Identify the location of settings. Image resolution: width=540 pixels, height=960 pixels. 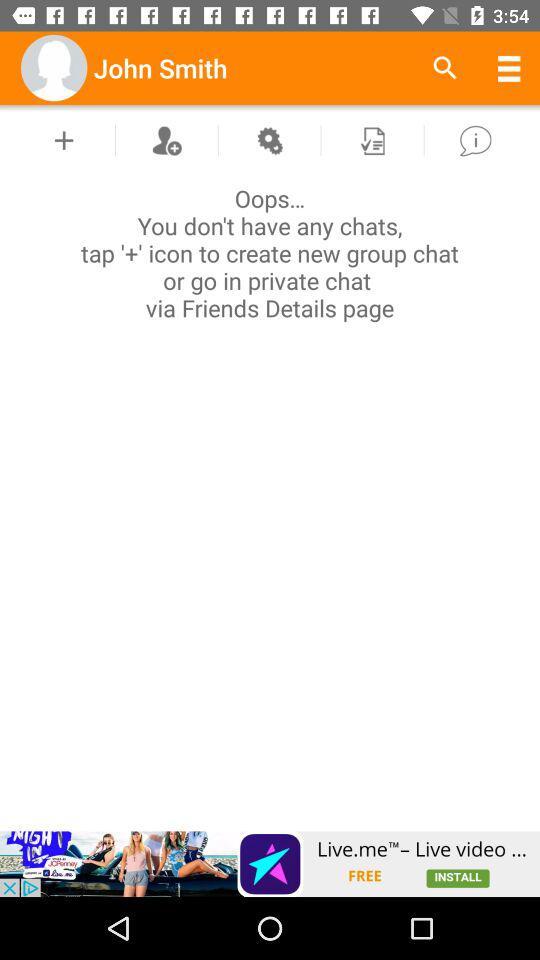
(269, 139).